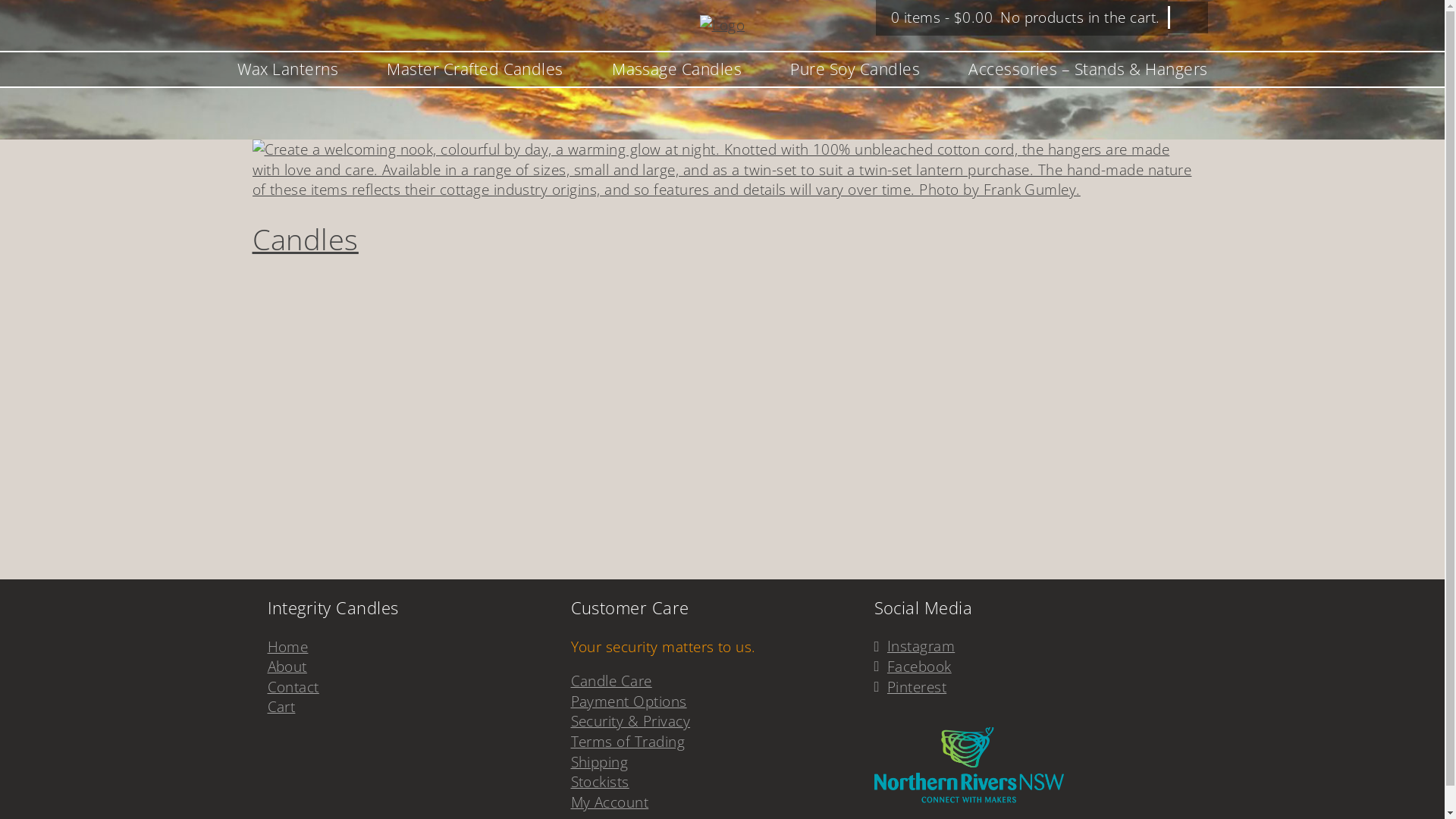 The image size is (1456, 819). I want to click on 'Home', so click(287, 646).